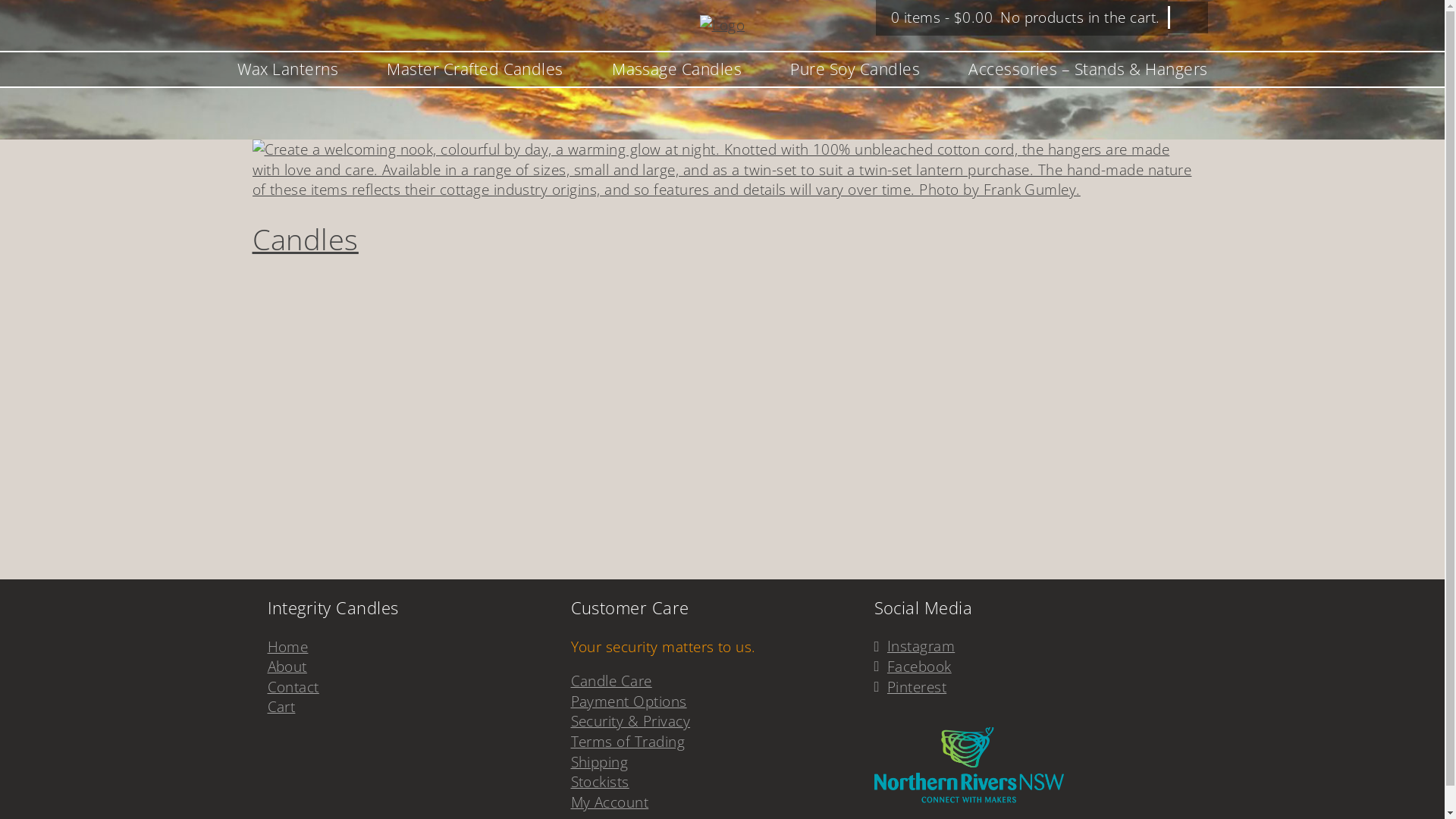 The image size is (1456, 819). I want to click on 'Home', so click(287, 646).